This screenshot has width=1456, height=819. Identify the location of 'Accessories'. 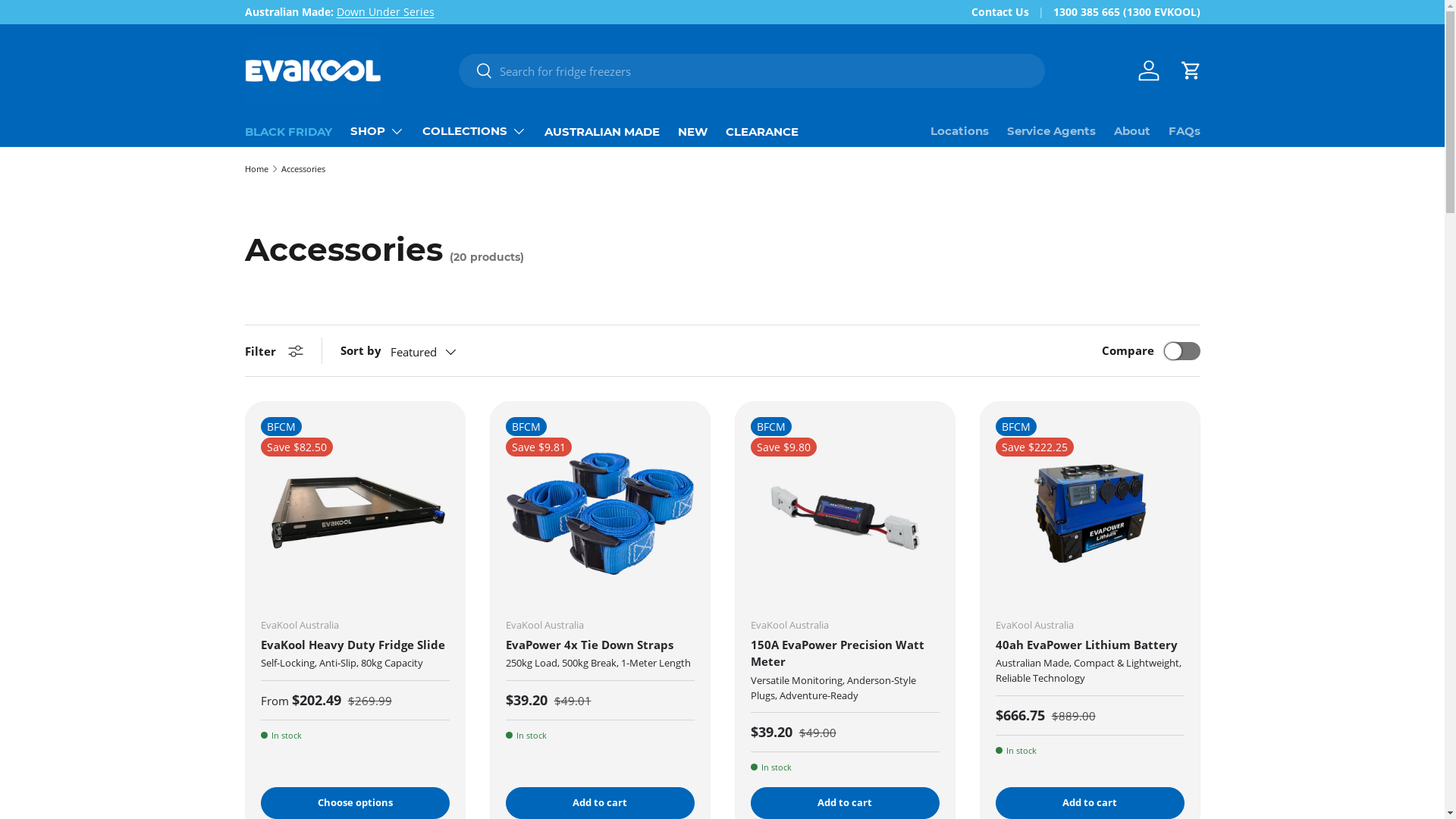
(303, 168).